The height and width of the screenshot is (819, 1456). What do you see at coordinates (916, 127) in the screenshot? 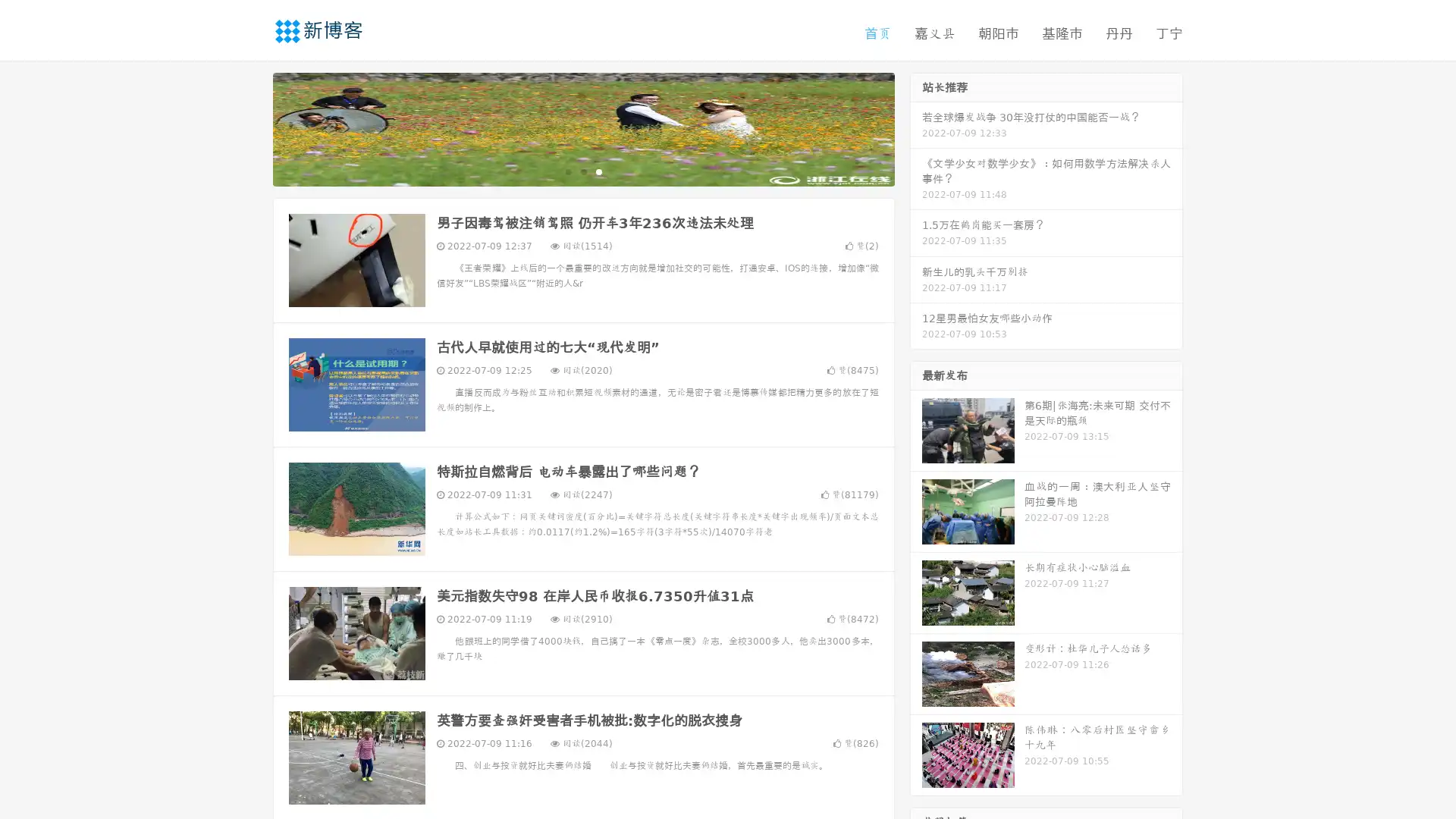
I see `Next slide` at bounding box center [916, 127].